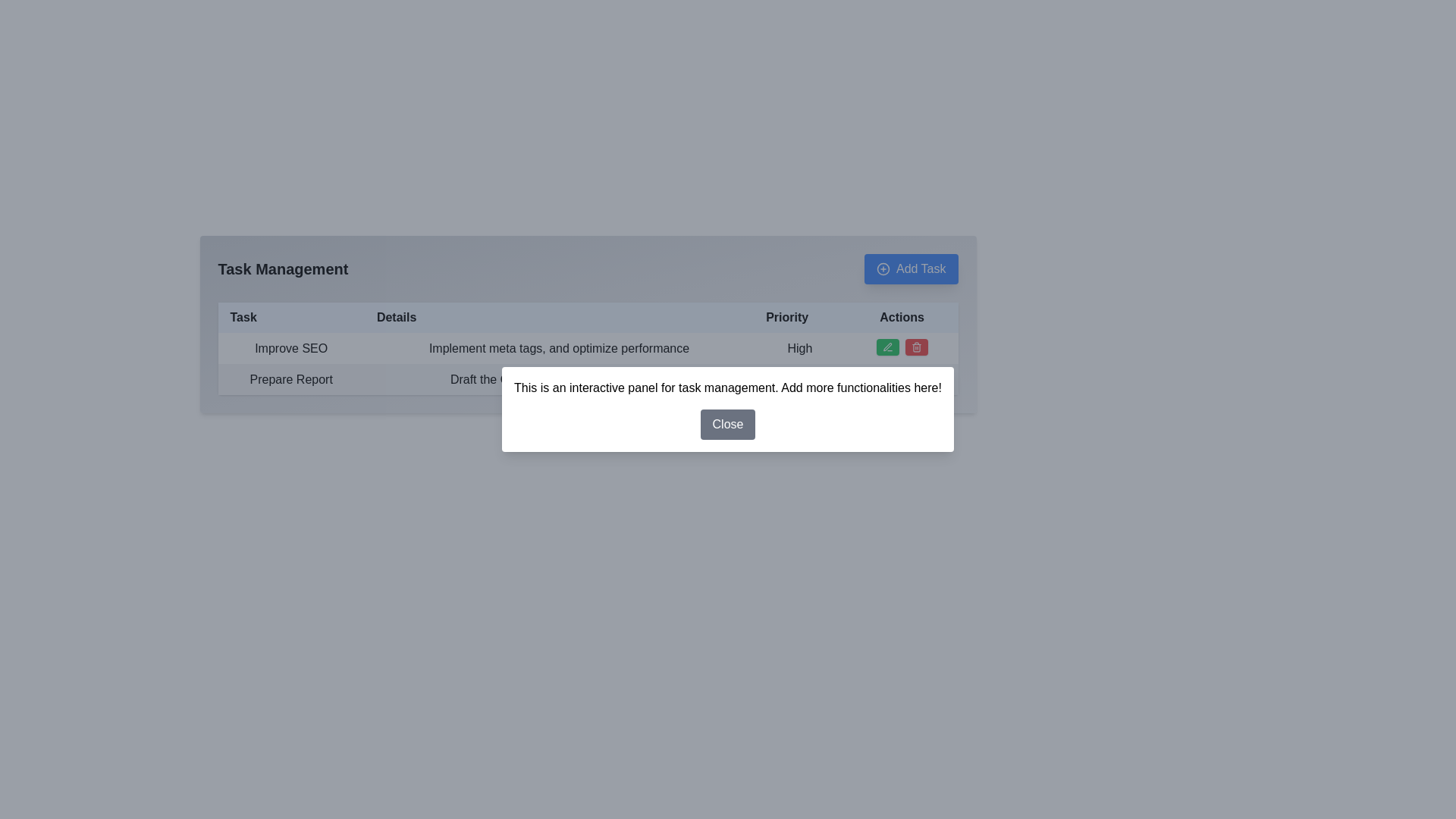  What do you see at coordinates (291, 378) in the screenshot?
I see `the static text element representing a task in the first column of the task management table, located in the second row` at bounding box center [291, 378].